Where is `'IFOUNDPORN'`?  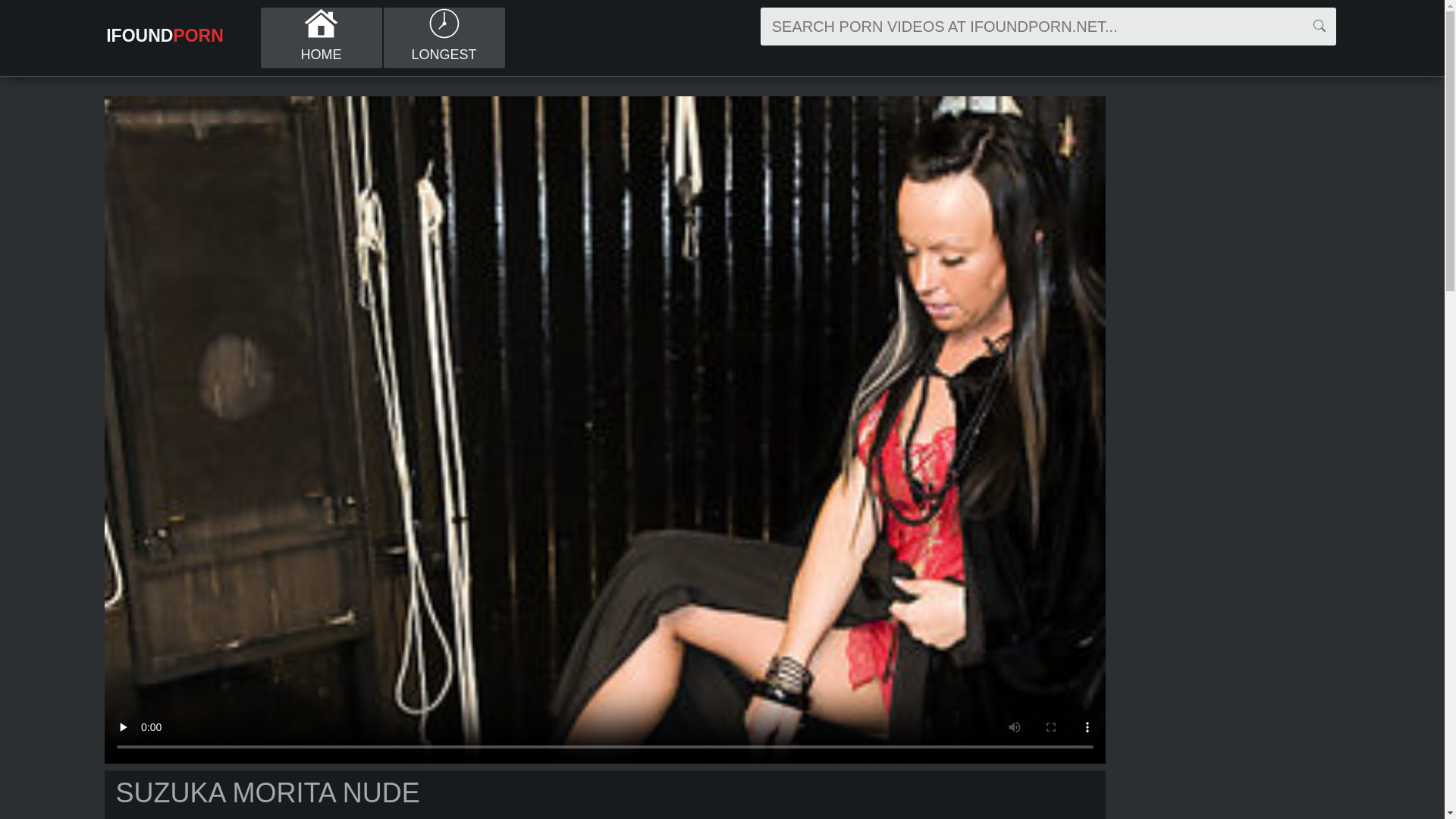 'IFOUNDPORN' is located at coordinates (99, 34).